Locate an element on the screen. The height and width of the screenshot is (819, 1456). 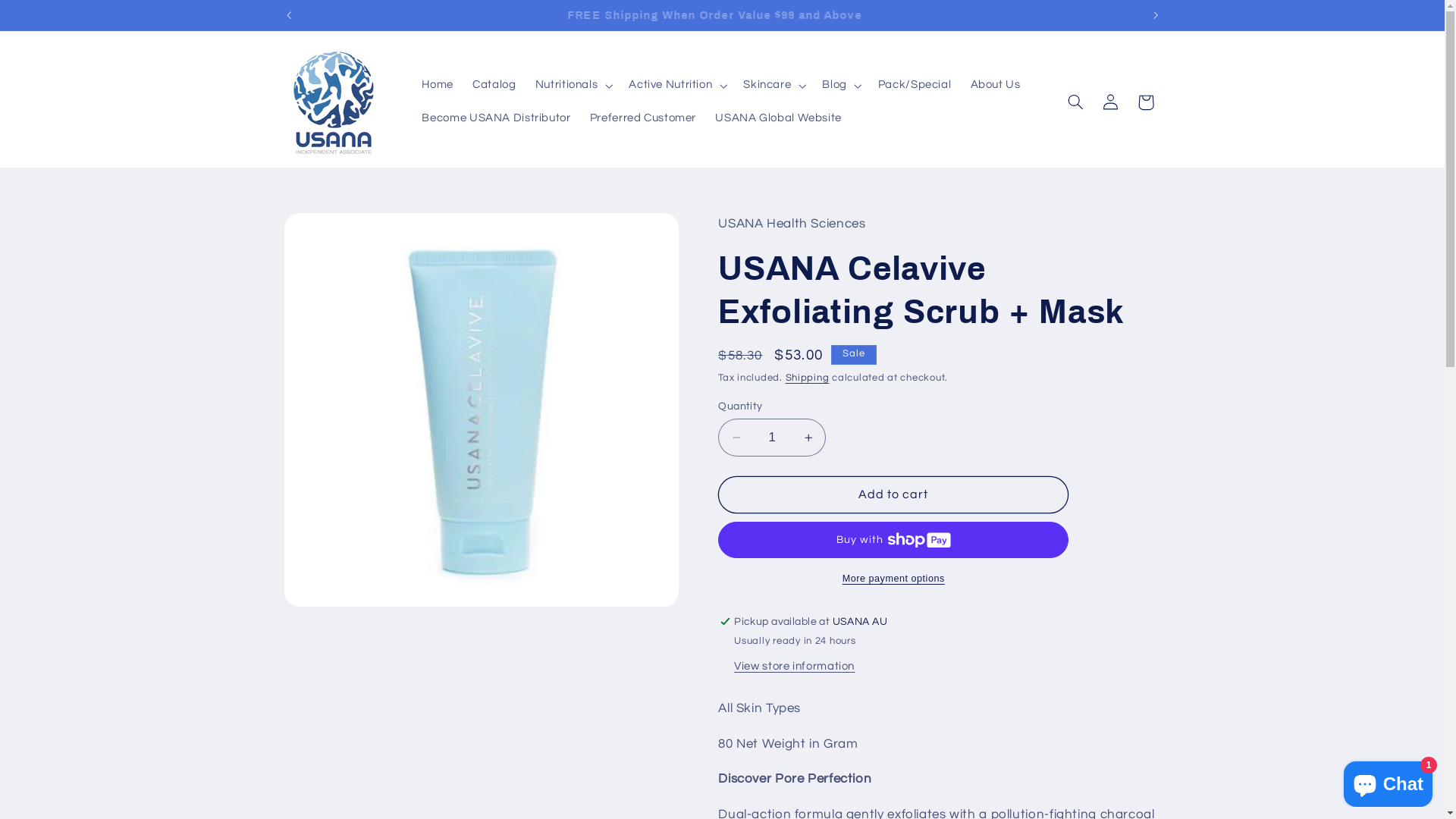
'View store information' is located at coordinates (793, 666).